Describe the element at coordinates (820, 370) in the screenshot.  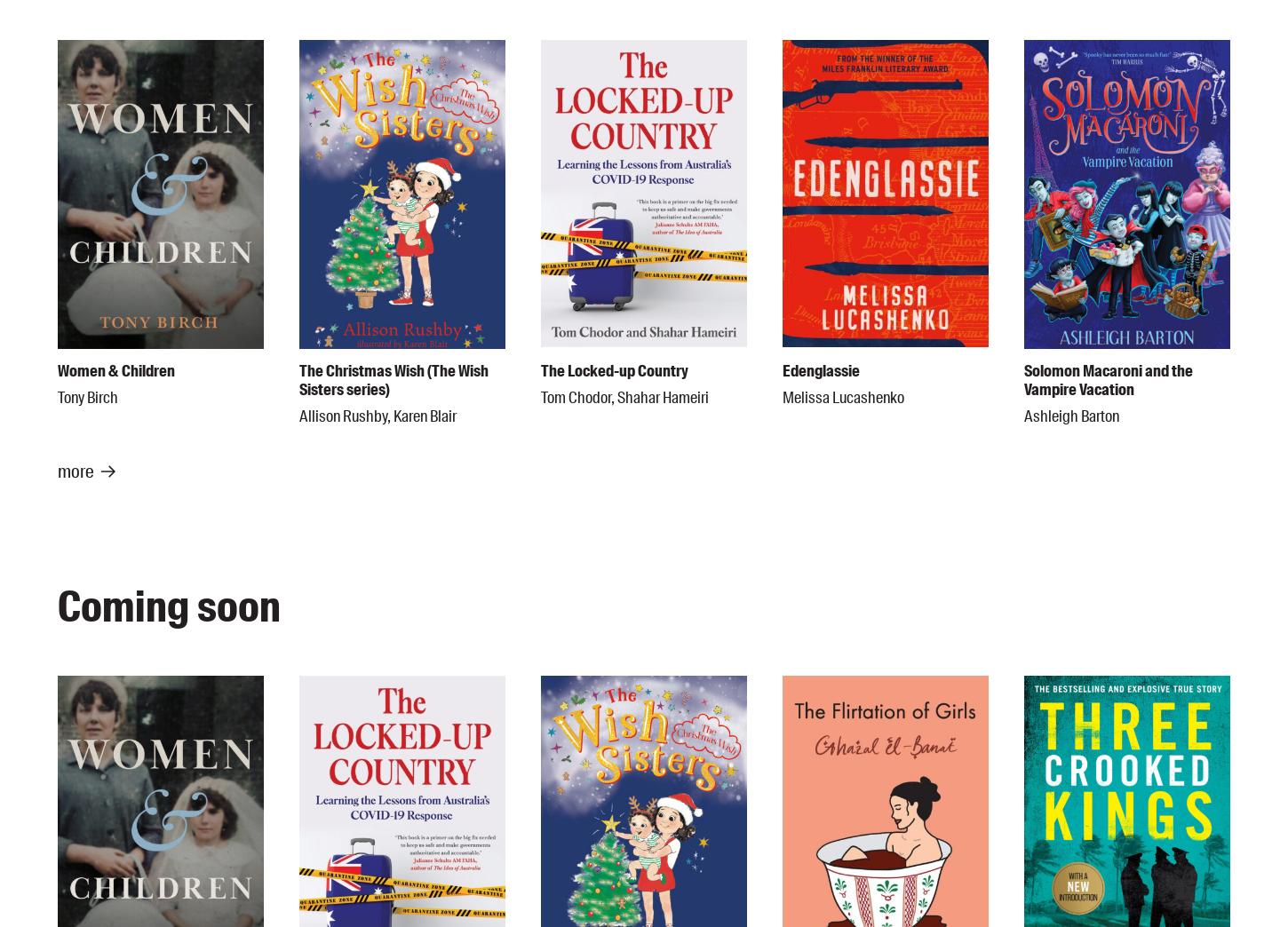
I see `'Edenglassie'` at that location.